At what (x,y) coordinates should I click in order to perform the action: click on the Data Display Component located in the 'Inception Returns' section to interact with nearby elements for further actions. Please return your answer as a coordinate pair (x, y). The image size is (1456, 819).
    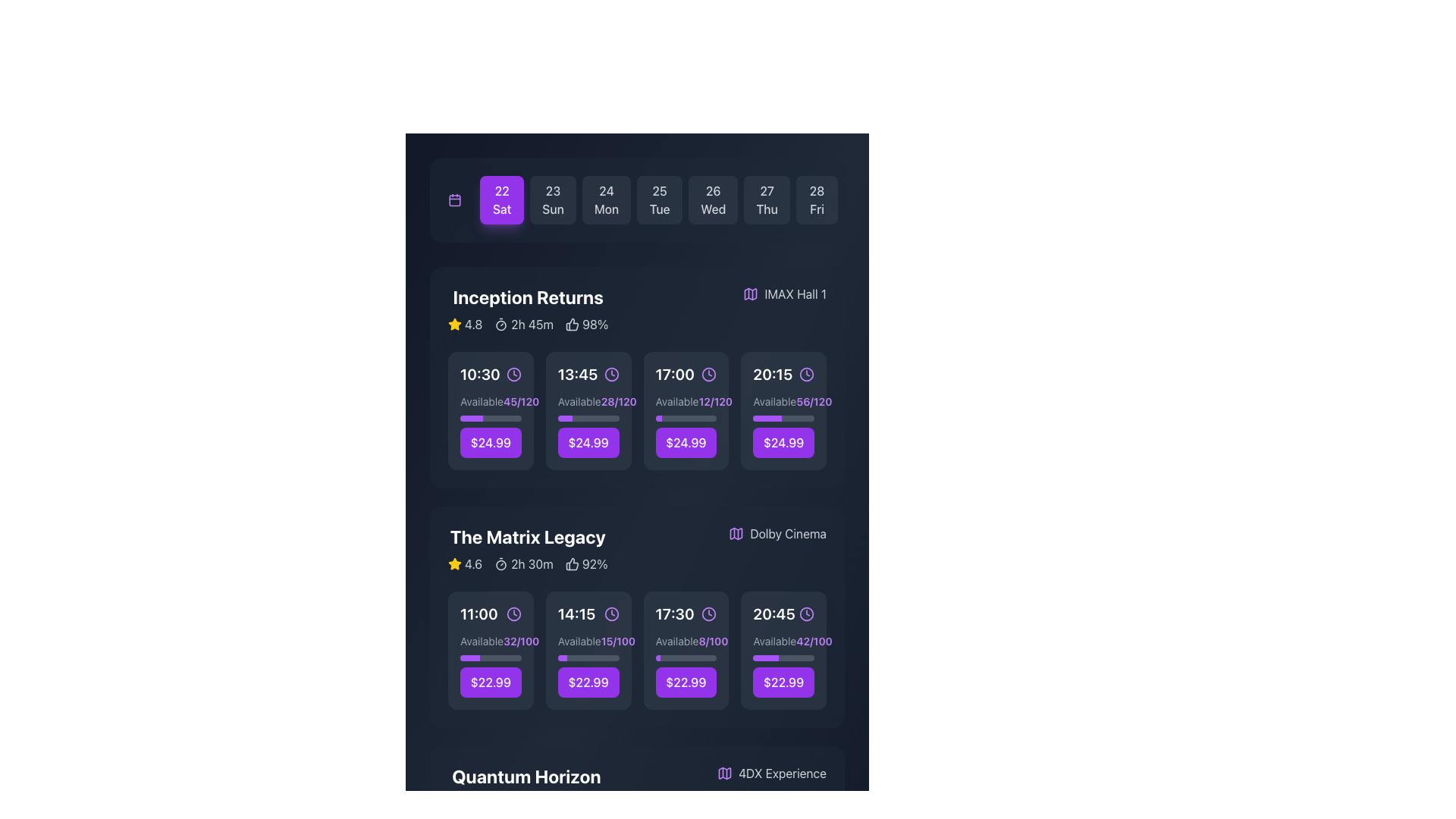
    Looking at the image, I should click on (528, 324).